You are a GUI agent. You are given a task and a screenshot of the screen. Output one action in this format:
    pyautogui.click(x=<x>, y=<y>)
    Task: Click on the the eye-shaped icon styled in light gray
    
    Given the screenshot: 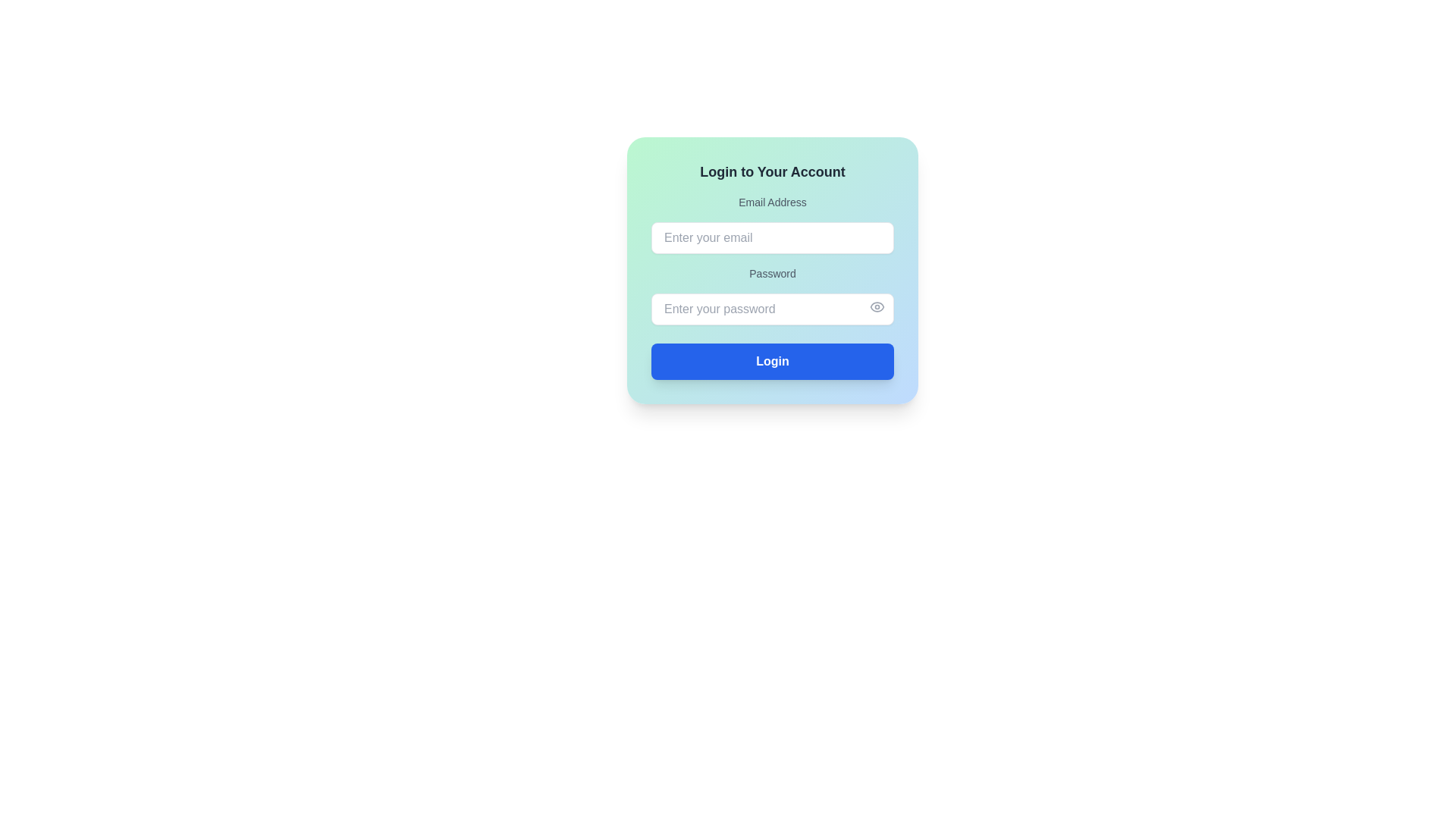 What is the action you would take?
    pyautogui.click(x=877, y=307)
    